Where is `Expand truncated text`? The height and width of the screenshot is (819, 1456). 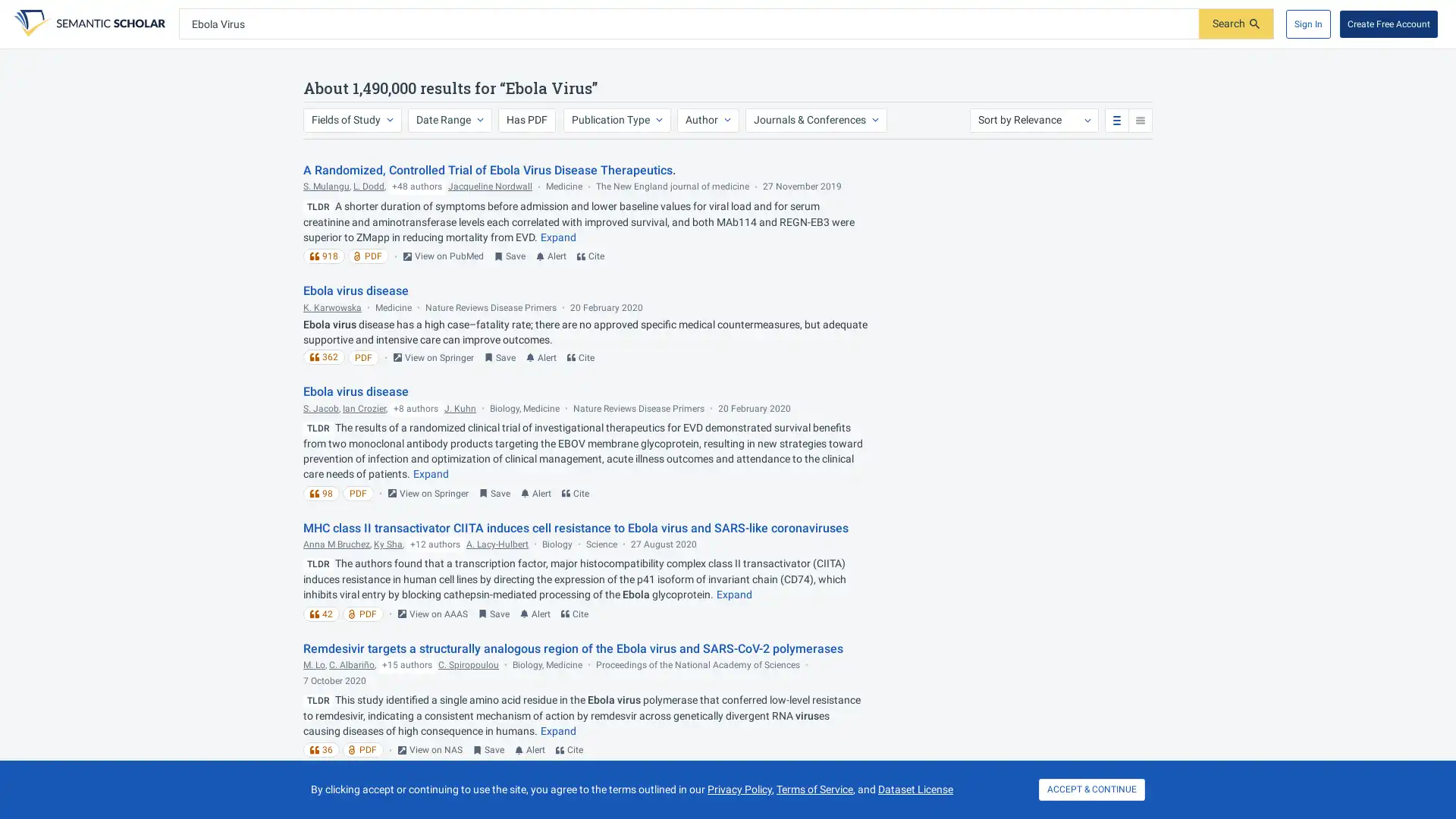
Expand truncated text is located at coordinates (430, 473).